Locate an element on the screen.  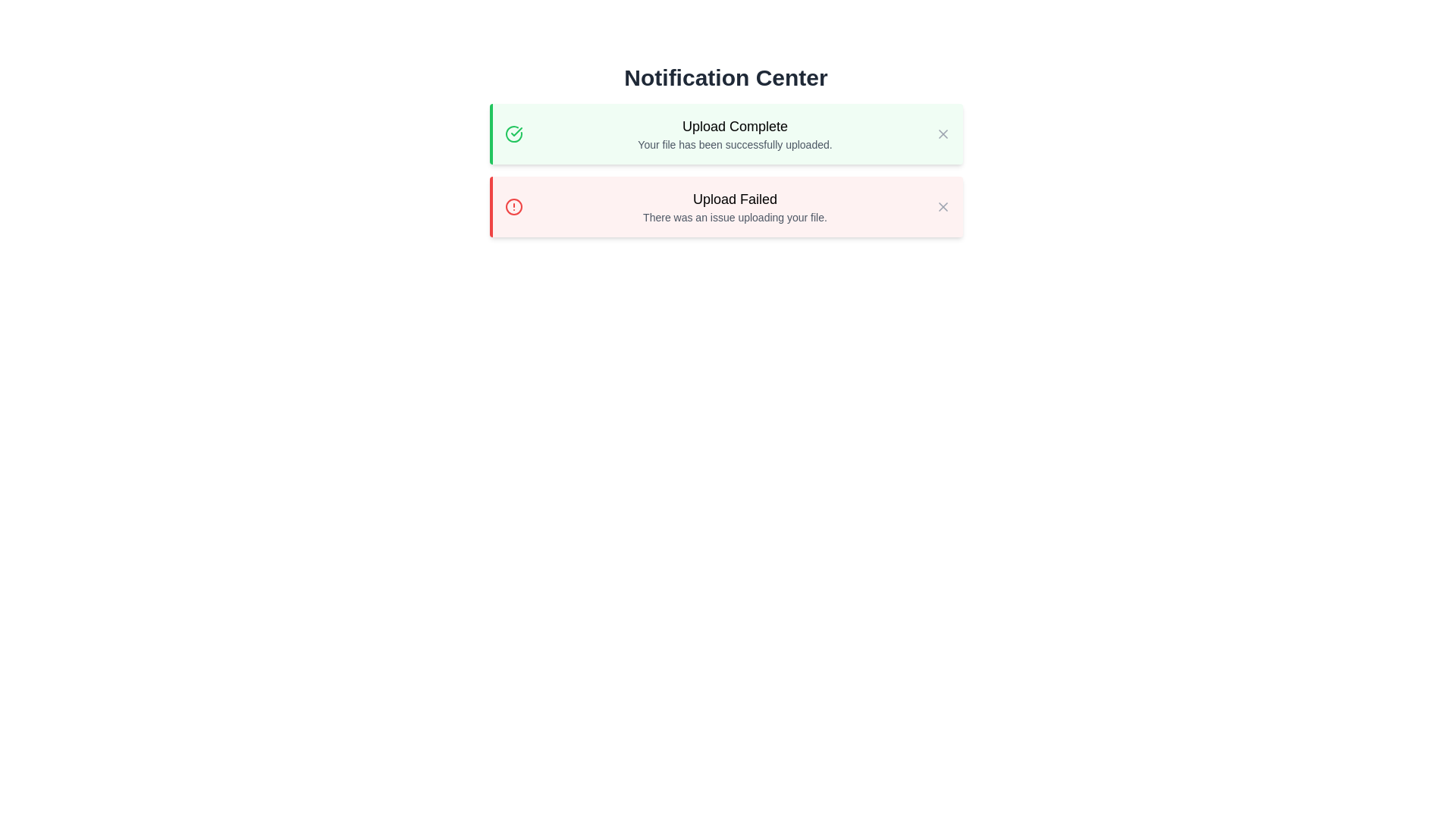
text of the static label that says 'Upload Complete' located in the upper notification box of the Notification Center is located at coordinates (735, 125).